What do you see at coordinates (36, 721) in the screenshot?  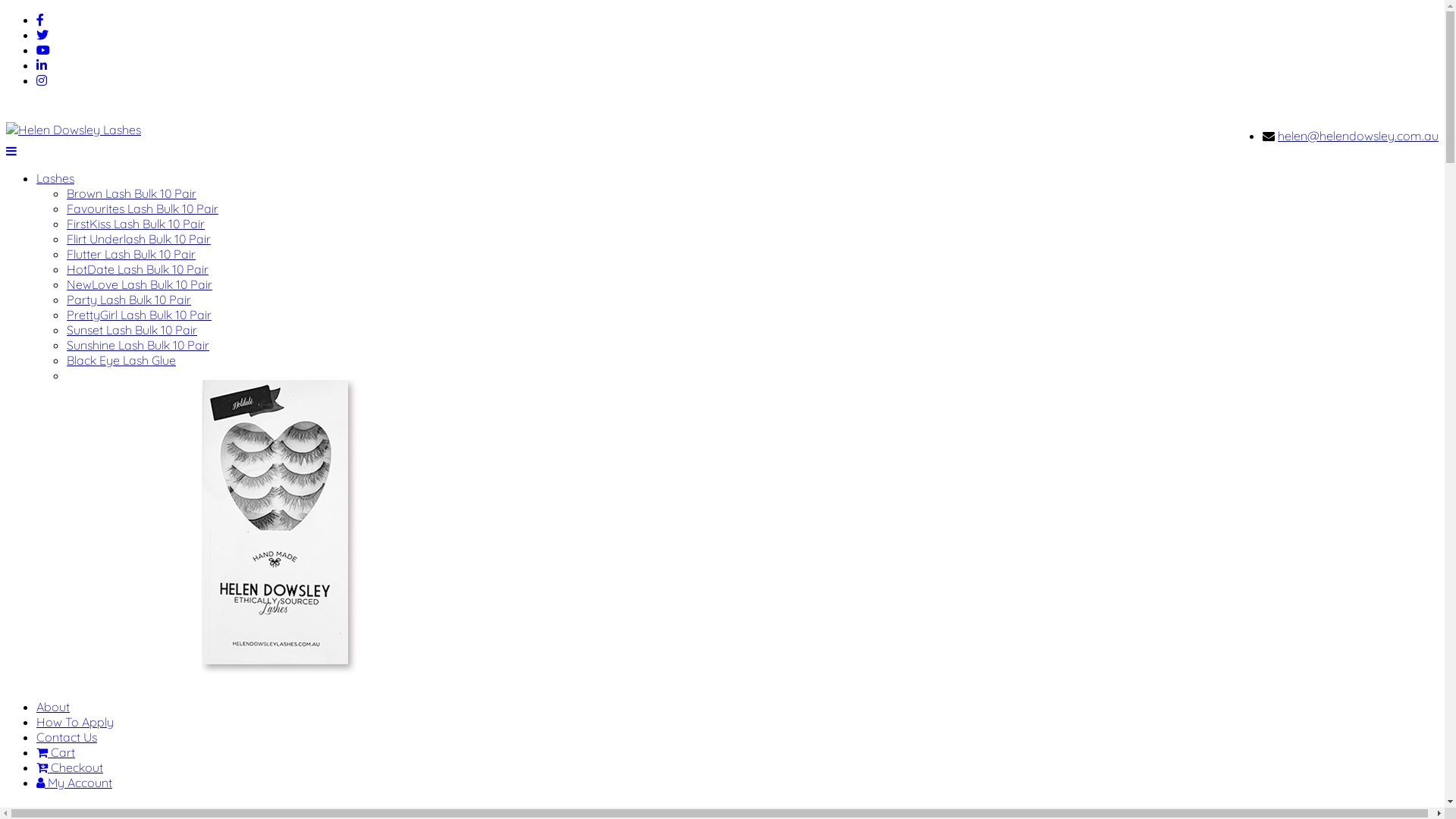 I see `'How To Apply'` at bounding box center [36, 721].